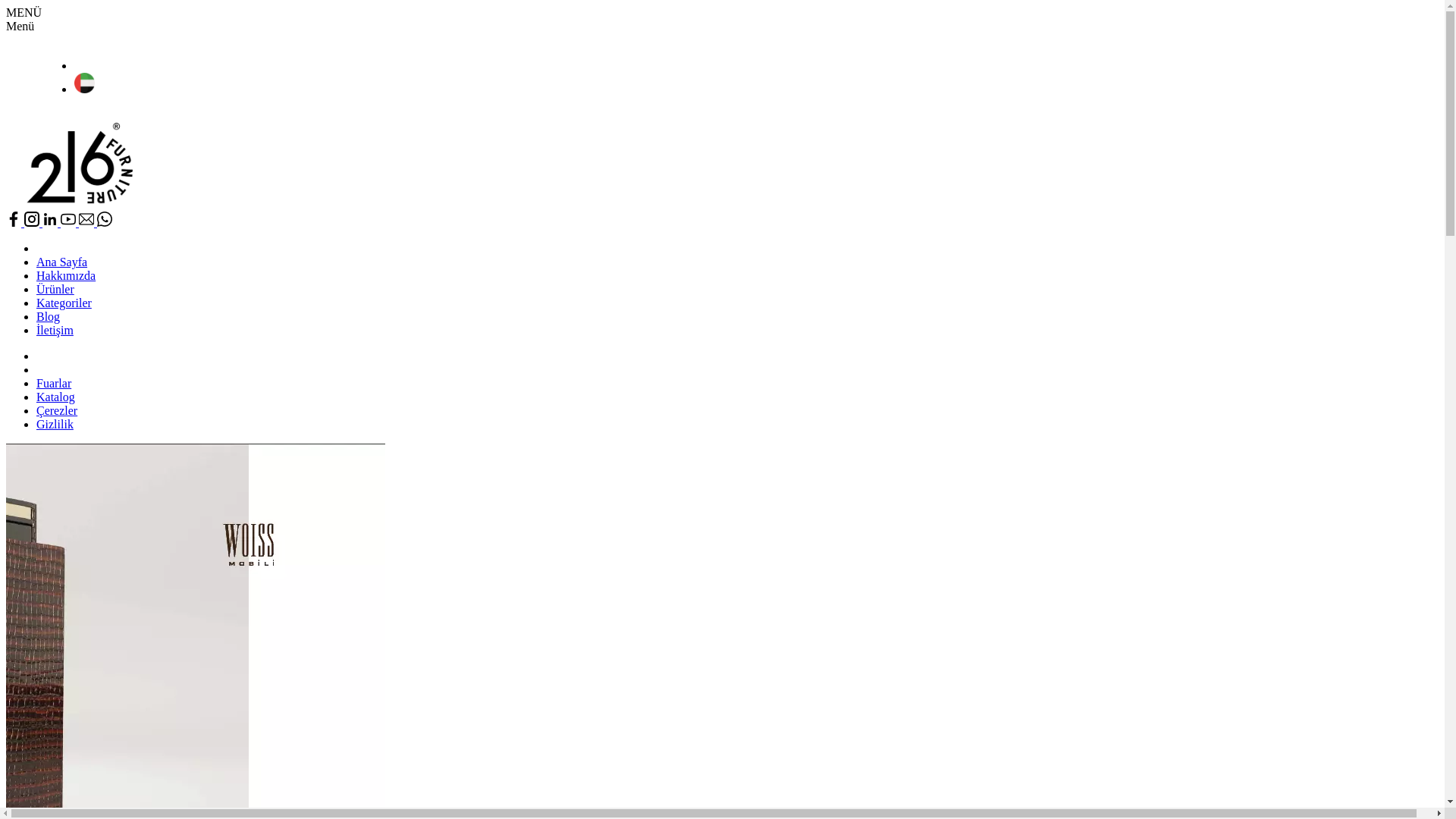 This screenshot has height=819, width=1456. I want to click on 'Gizlilik', so click(55, 424).